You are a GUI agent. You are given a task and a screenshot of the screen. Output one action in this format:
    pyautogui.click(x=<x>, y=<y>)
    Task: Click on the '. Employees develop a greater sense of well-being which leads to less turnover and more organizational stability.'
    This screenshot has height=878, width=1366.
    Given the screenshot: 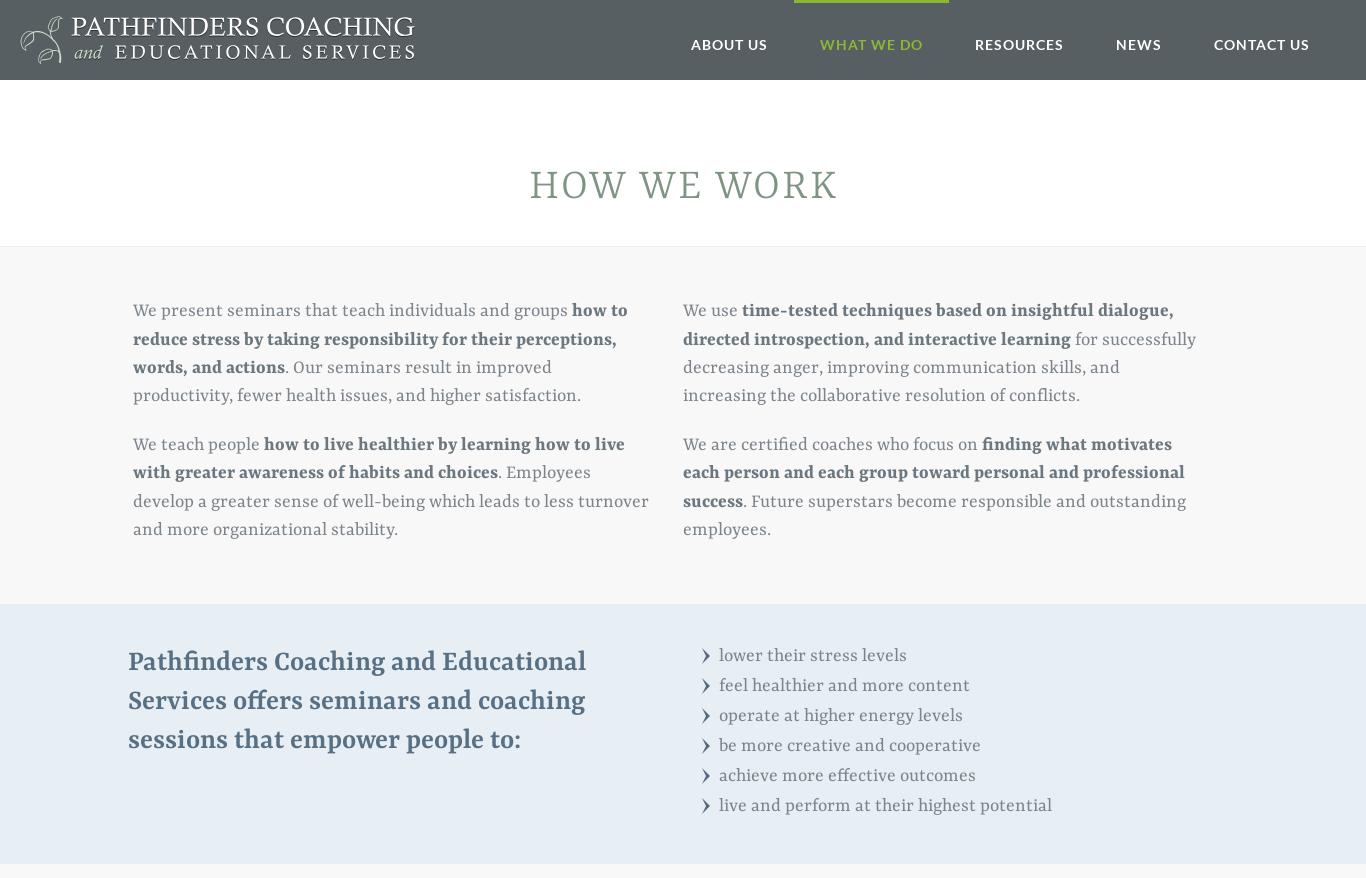 What is the action you would take?
    pyautogui.click(x=389, y=500)
    